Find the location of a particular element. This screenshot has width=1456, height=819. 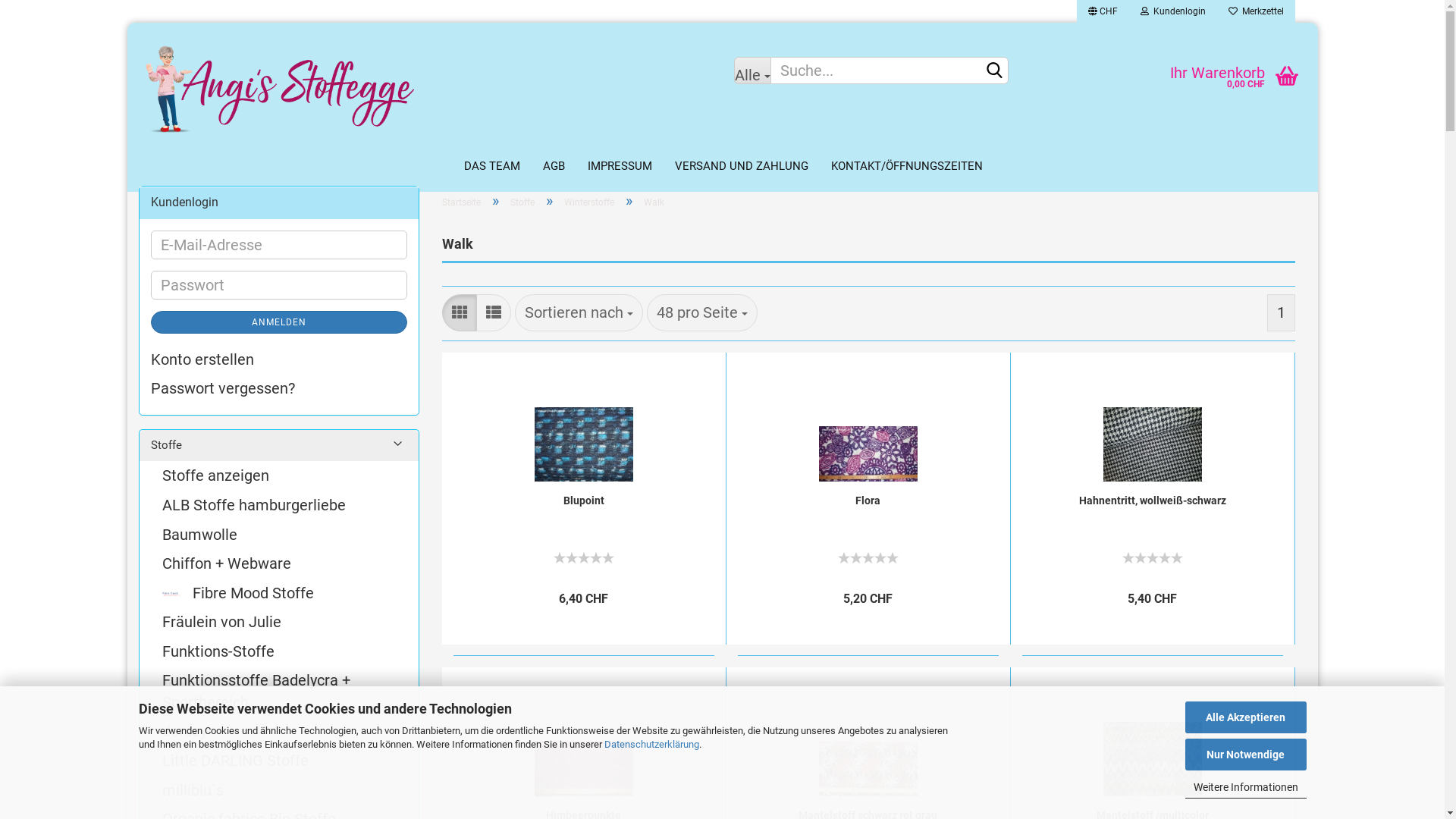

'Sortieren nach' is located at coordinates (577, 312).